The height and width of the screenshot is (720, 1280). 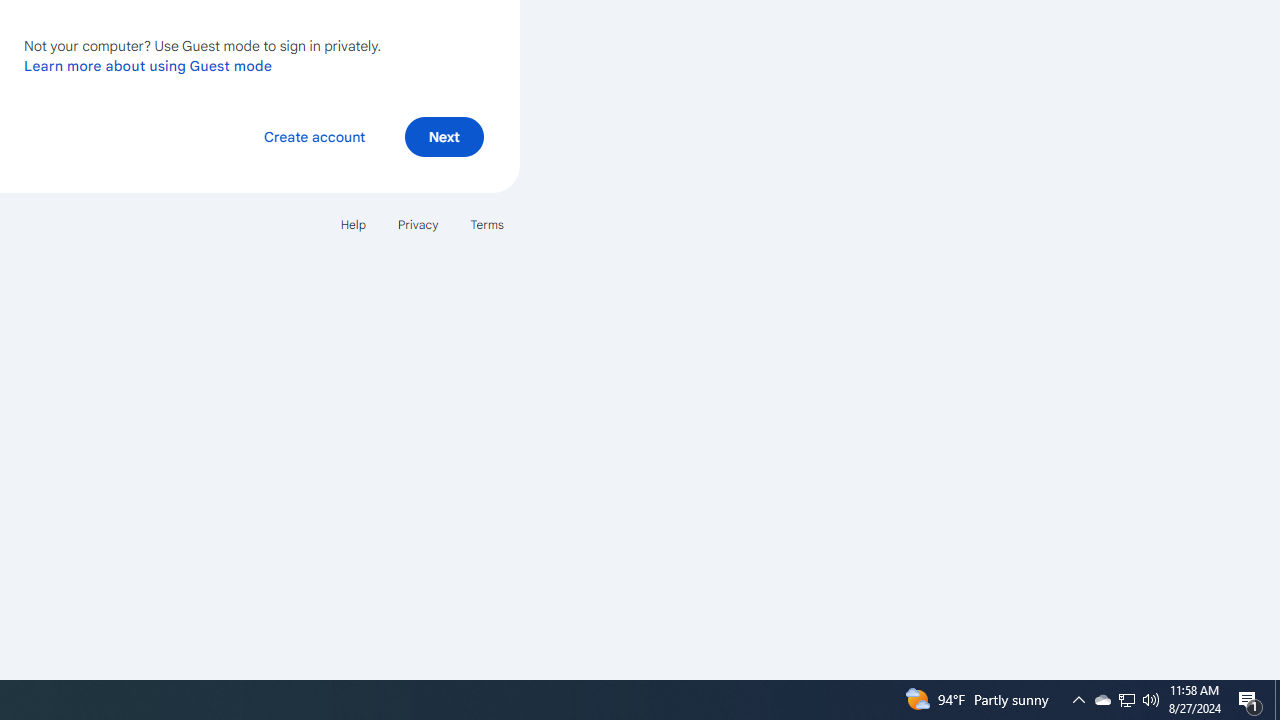 I want to click on 'Privacy', so click(x=416, y=224).